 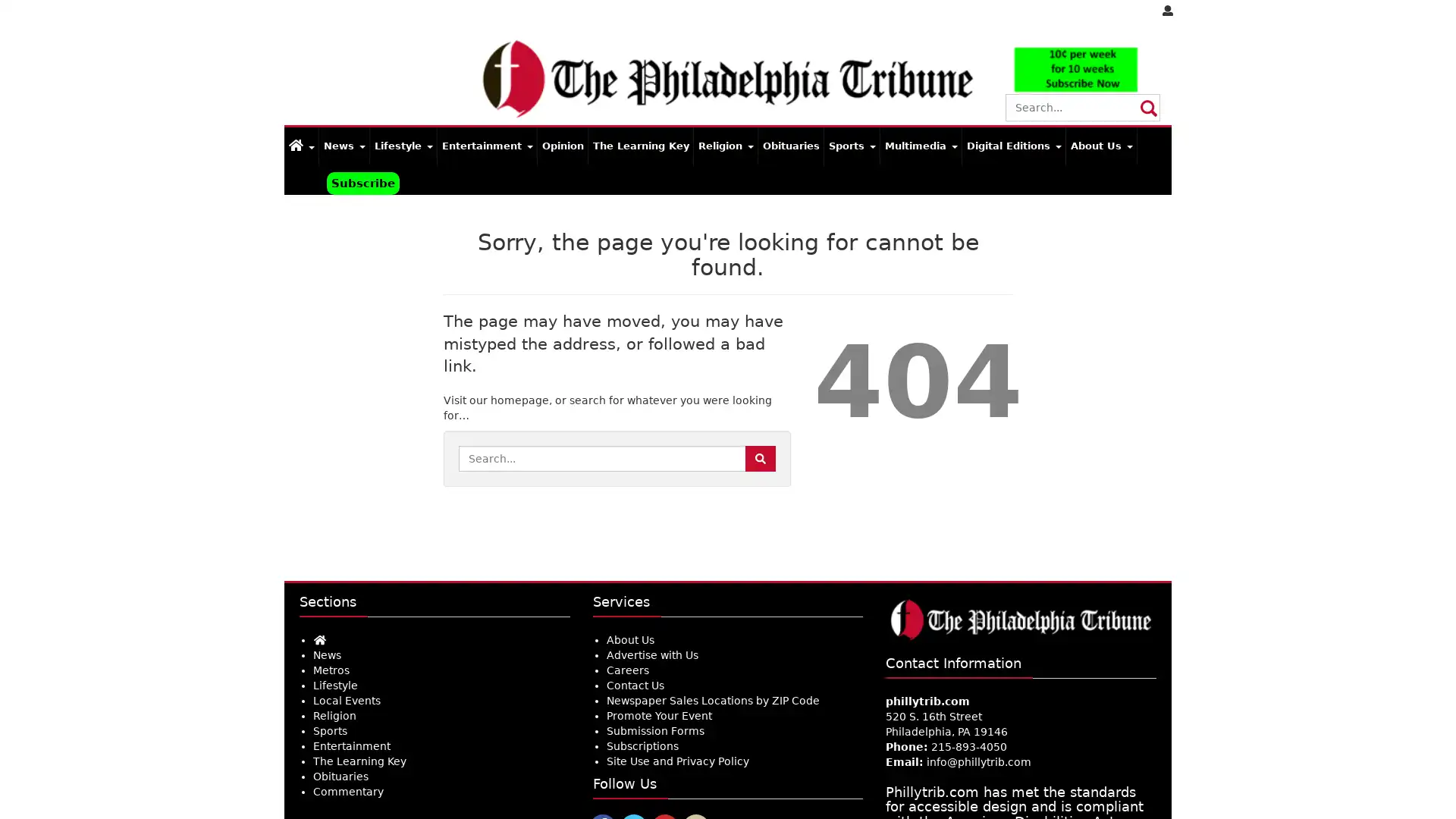 What do you see at coordinates (760, 458) in the screenshot?
I see `Search` at bounding box center [760, 458].